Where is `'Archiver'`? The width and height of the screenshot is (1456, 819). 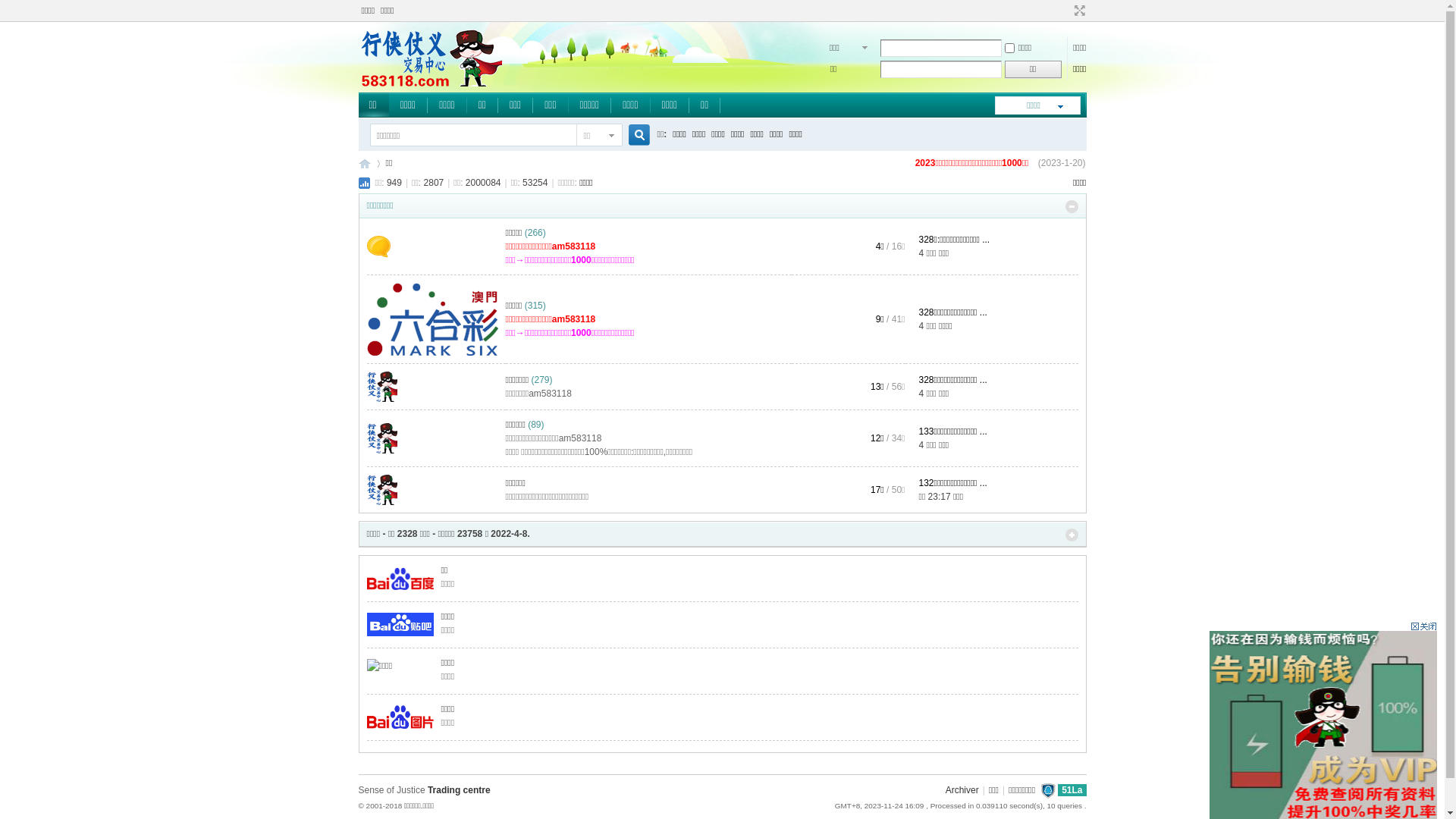 'Archiver' is located at coordinates (961, 789).